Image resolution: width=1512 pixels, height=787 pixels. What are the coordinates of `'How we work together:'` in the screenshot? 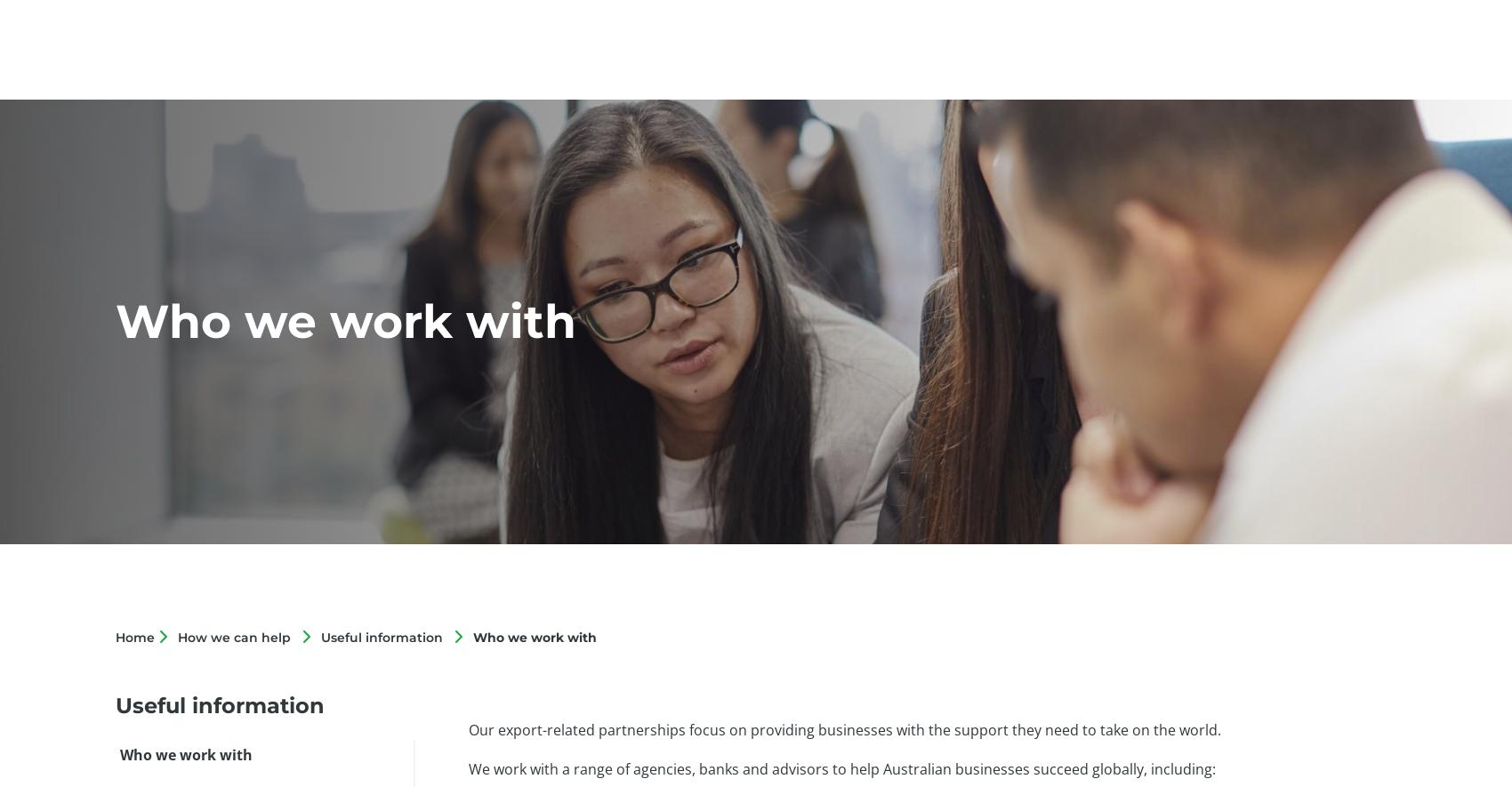 It's located at (545, 189).